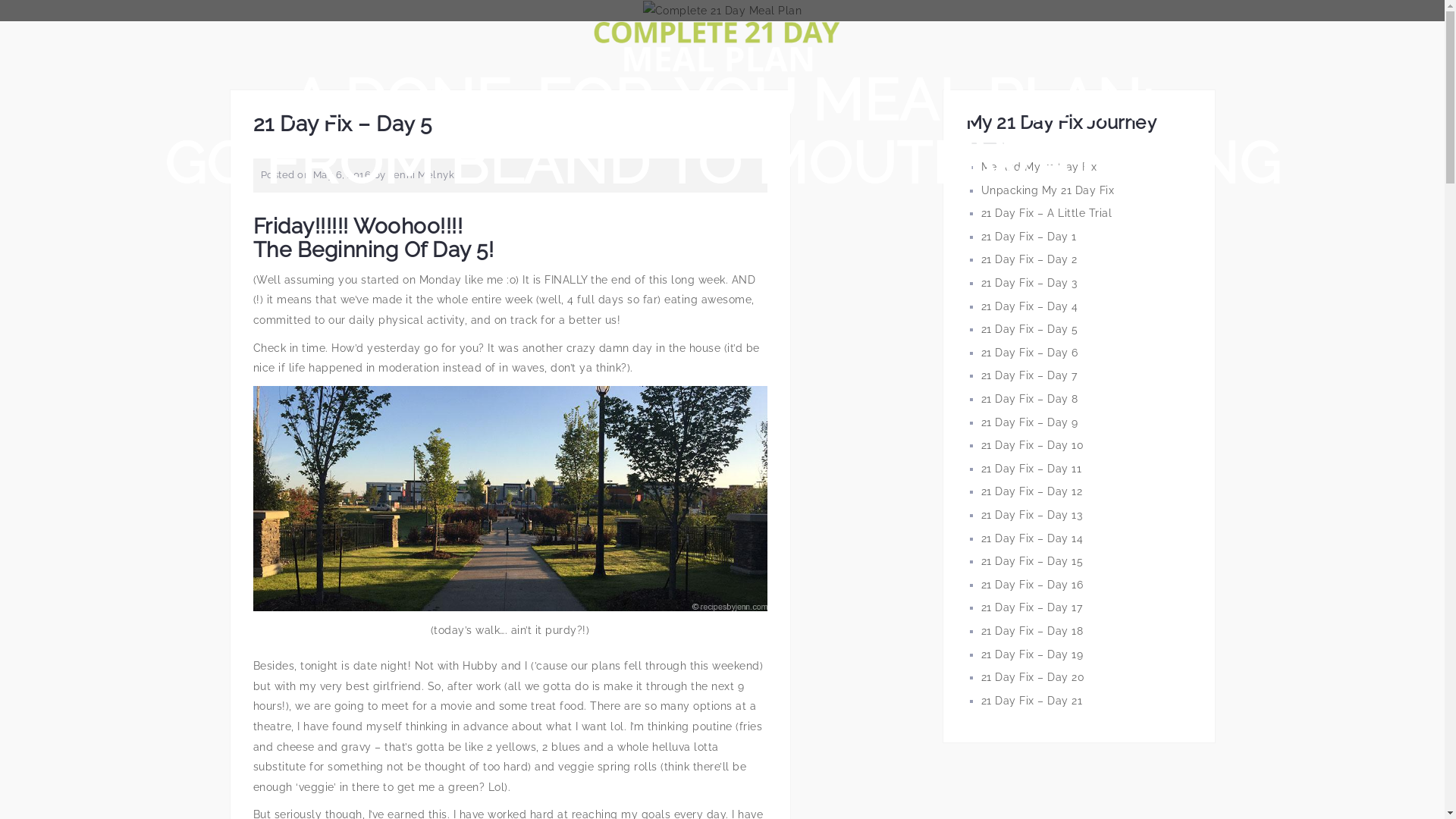  What do you see at coordinates (340, 174) in the screenshot?
I see `'May 6, 2016'` at bounding box center [340, 174].